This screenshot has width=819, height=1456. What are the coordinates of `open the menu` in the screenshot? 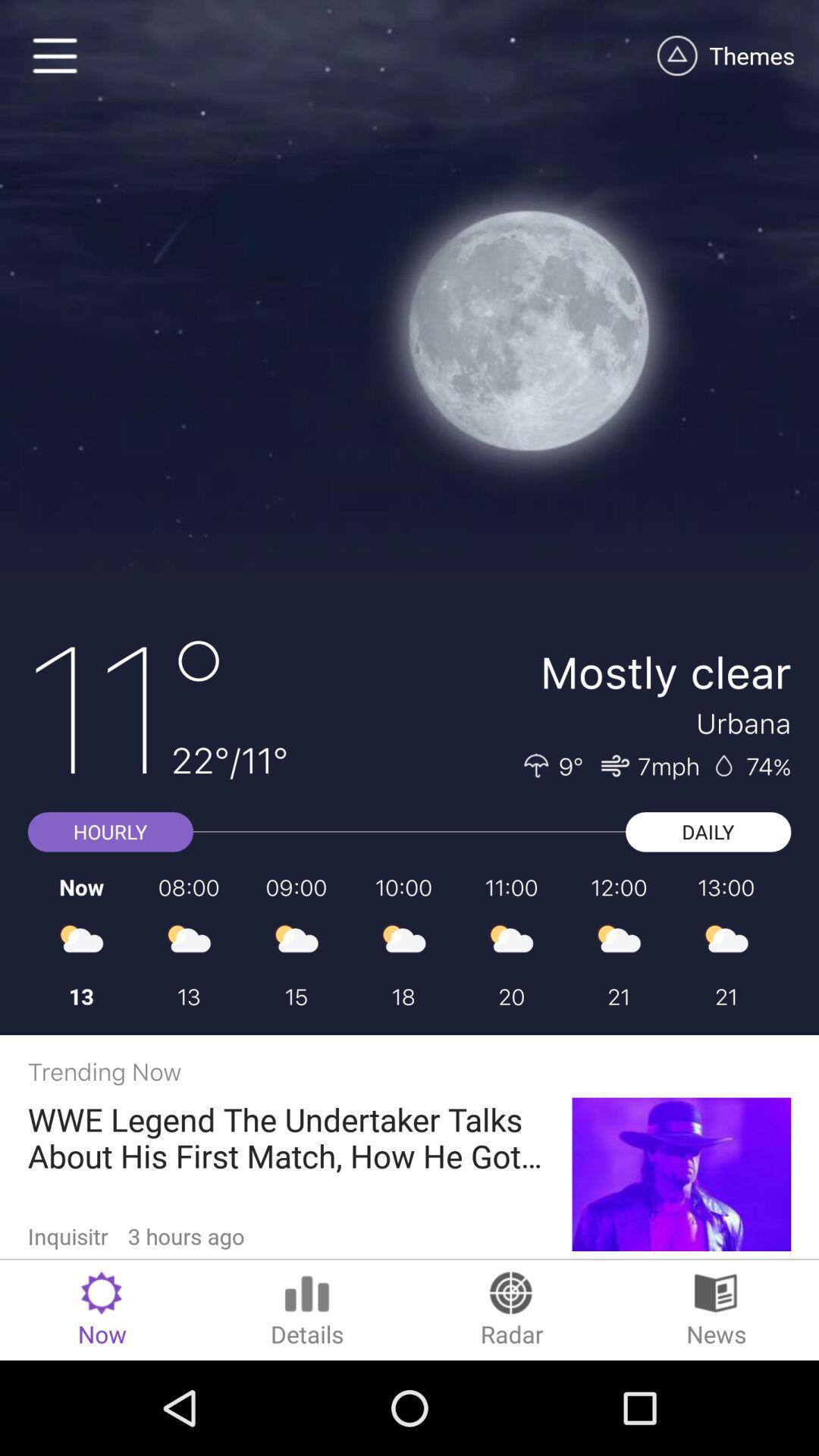 It's located at (55, 55).